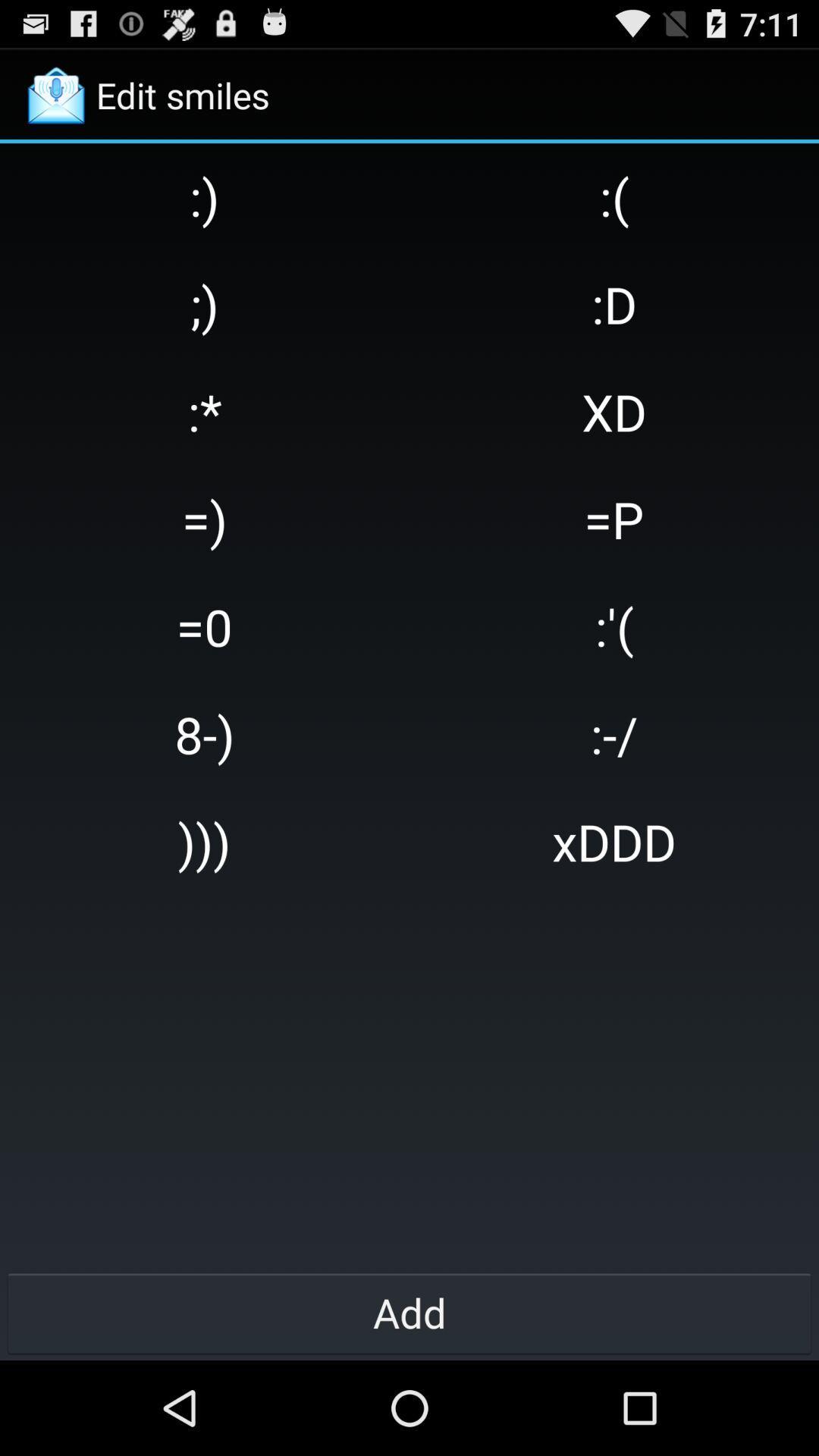 The width and height of the screenshot is (819, 1456). I want to click on add, so click(409, 1312).